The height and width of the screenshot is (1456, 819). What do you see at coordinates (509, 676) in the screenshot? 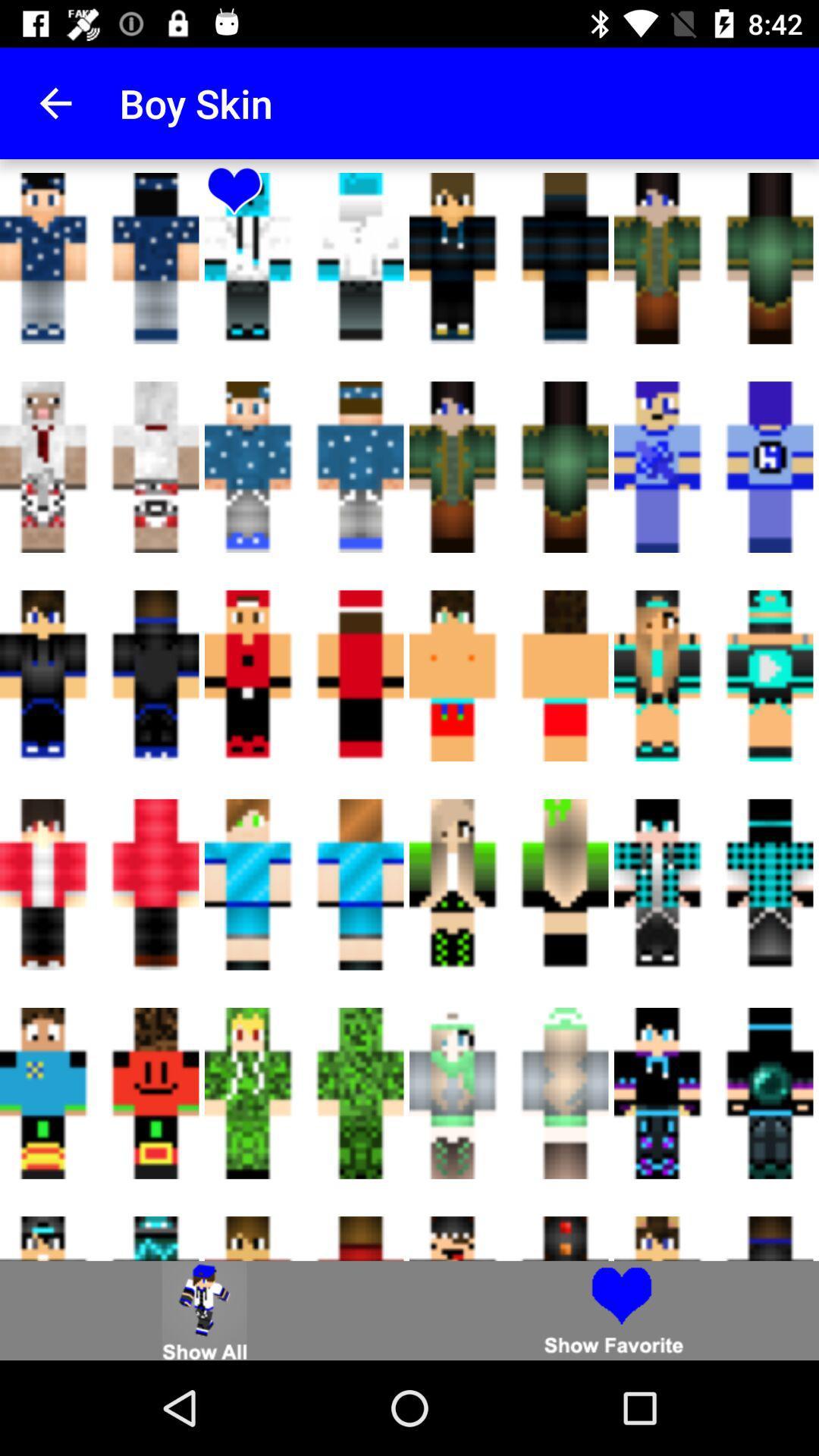
I see `the 5th and 6th images which is in the third row` at bounding box center [509, 676].